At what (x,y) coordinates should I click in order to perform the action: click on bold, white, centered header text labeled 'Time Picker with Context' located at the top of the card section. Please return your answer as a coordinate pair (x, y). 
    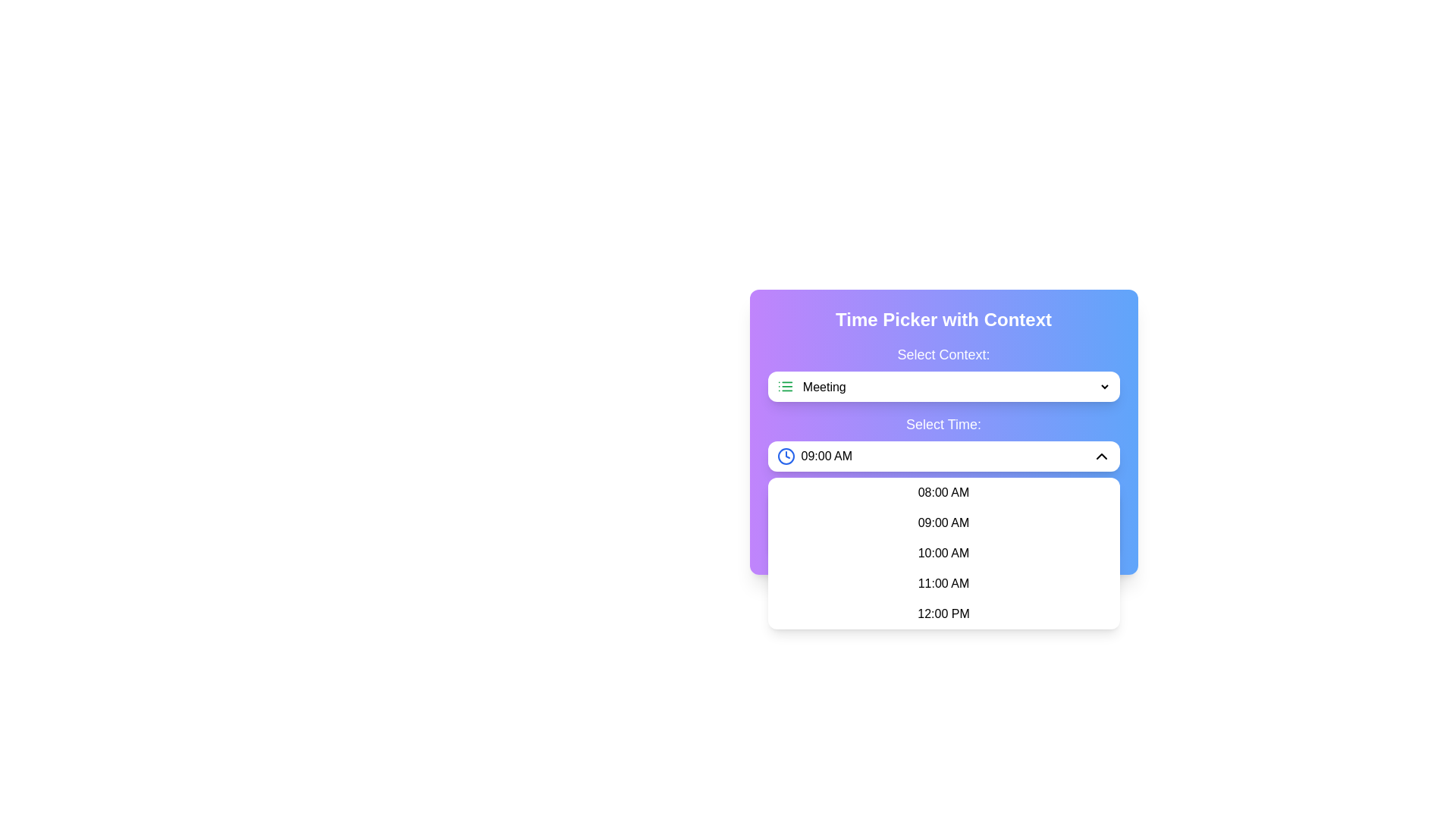
    Looking at the image, I should click on (943, 318).